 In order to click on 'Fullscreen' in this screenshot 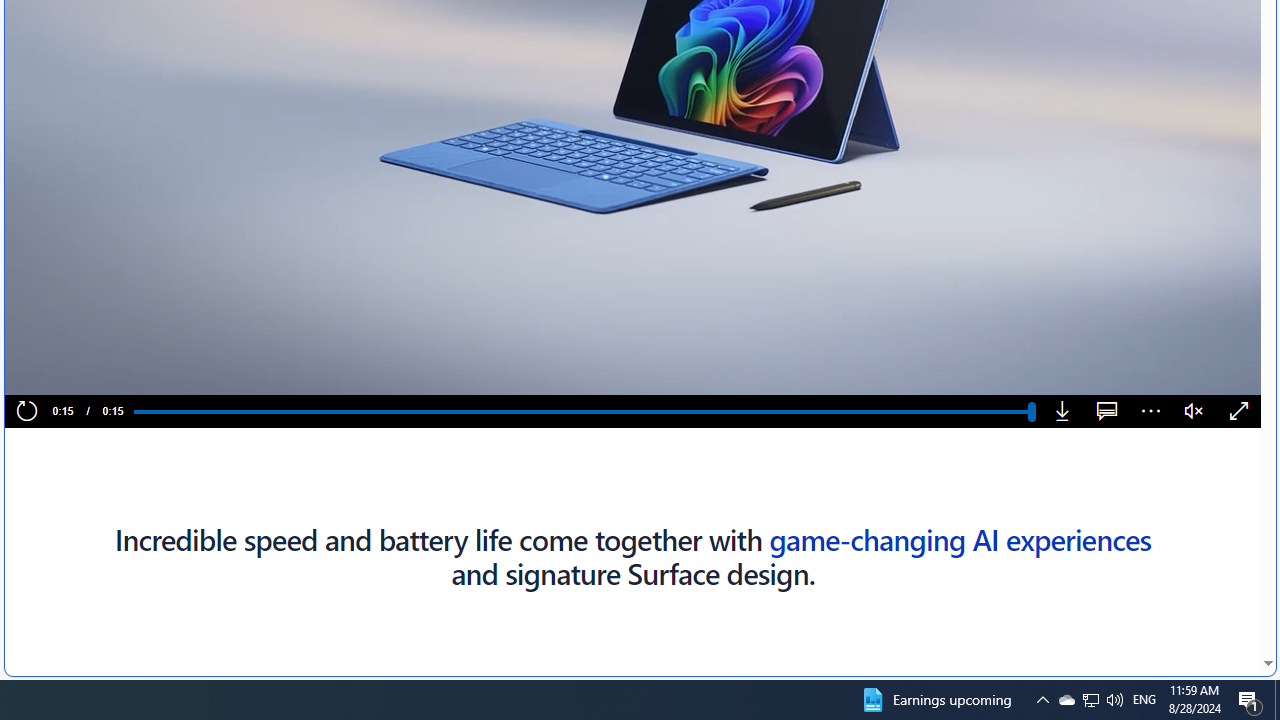, I will do `click(1238, 411)`.